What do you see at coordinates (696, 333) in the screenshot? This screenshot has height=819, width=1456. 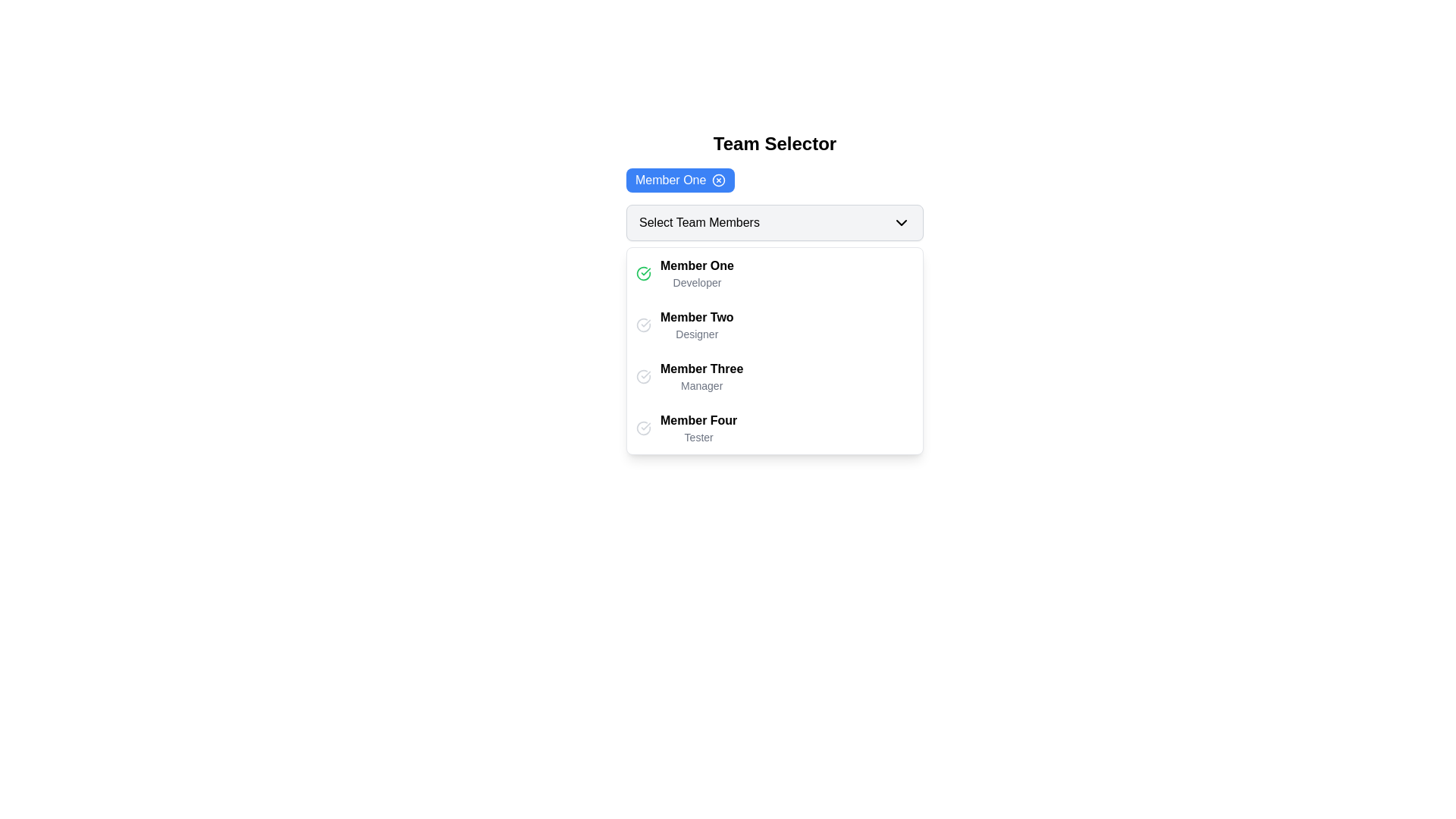 I see `the text label reading 'Designer', which is styled in small font size and light gray color, located beneath the name 'Member Two' in the team member dropdown list` at bounding box center [696, 333].